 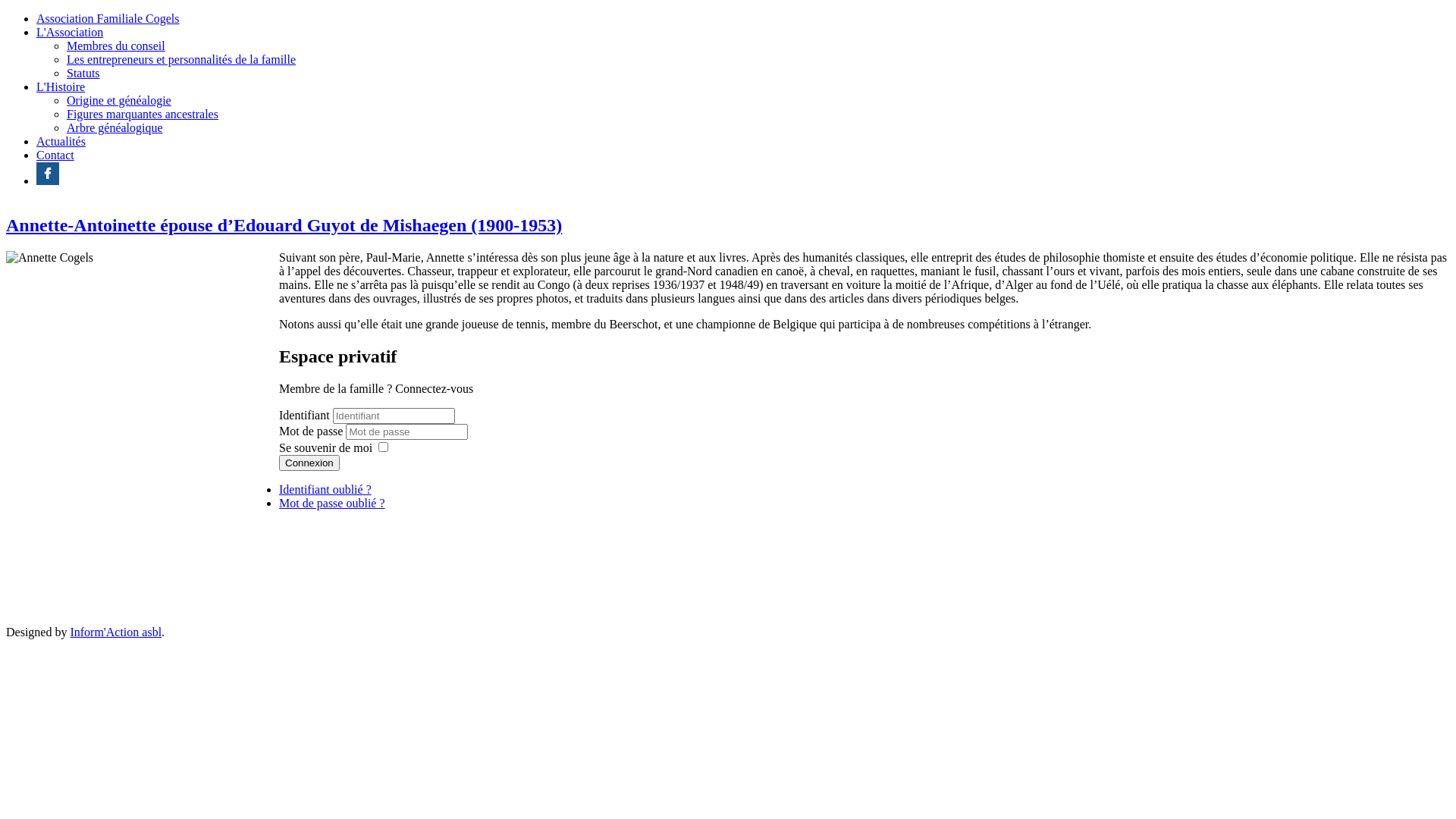 I want to click on 'L'Histoire', so click(x=61, y=86).